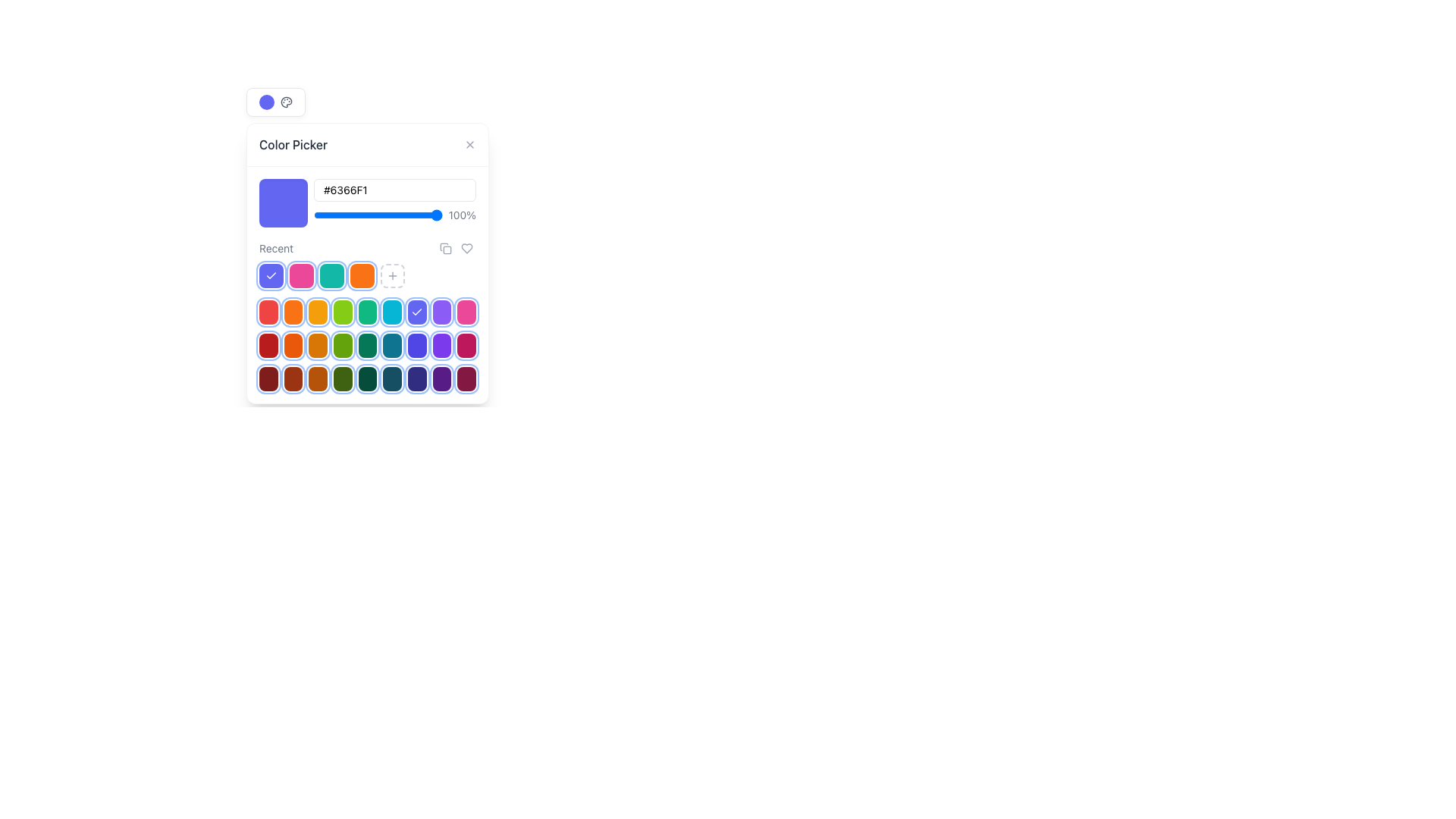 Image resolution: width=1456 pixels, height=819 pixels. Describe the element at coordinates (293, 345) in the screenshot. I see `the second color swatch in the color picker popup` at that location.